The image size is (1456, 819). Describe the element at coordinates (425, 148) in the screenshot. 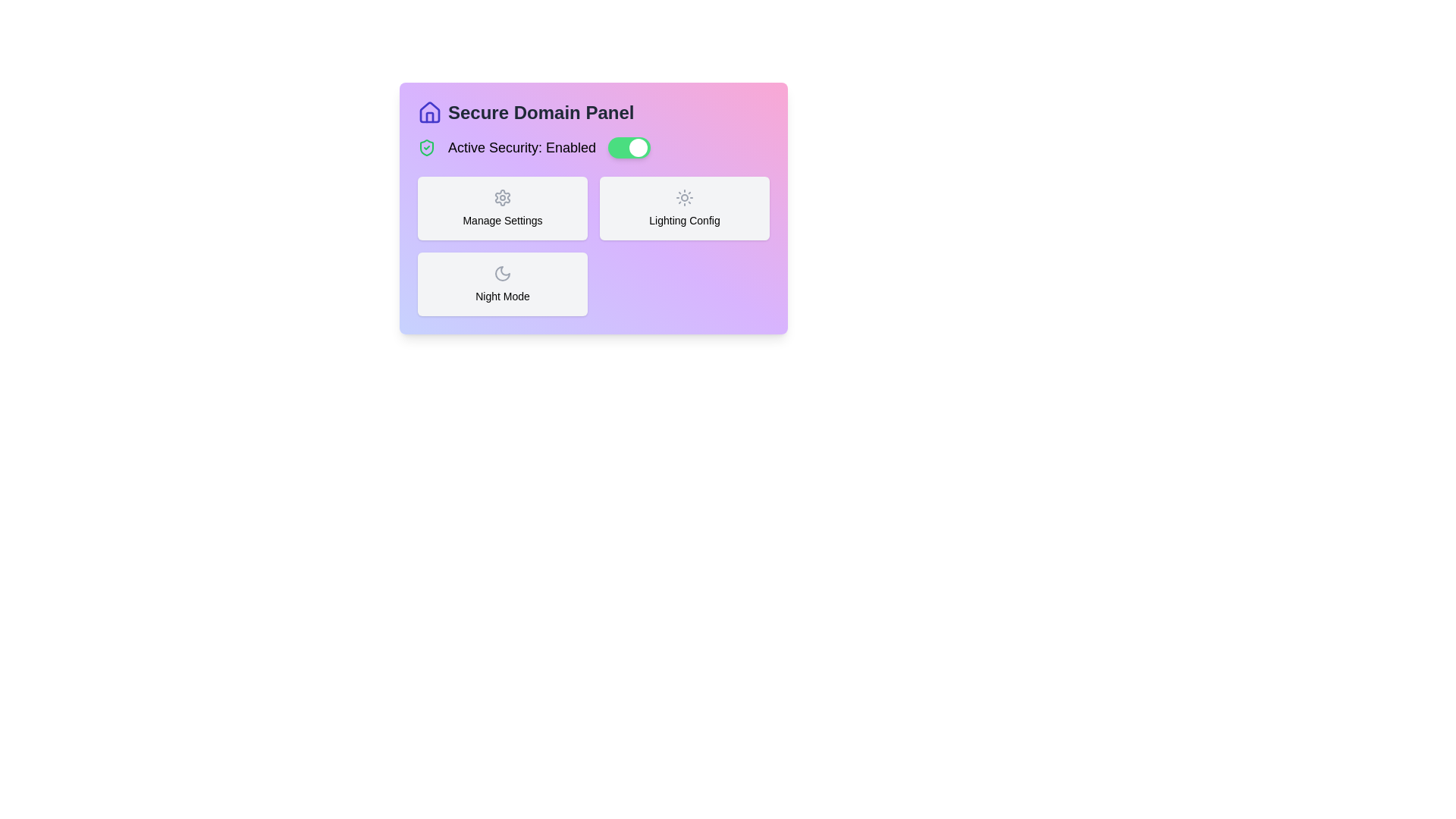

I see `the security status icon located in the top-left section of the Secure Domain Panel interface, positioned to the left of the 'Active Security: Enabled' toggle switch` at that location.